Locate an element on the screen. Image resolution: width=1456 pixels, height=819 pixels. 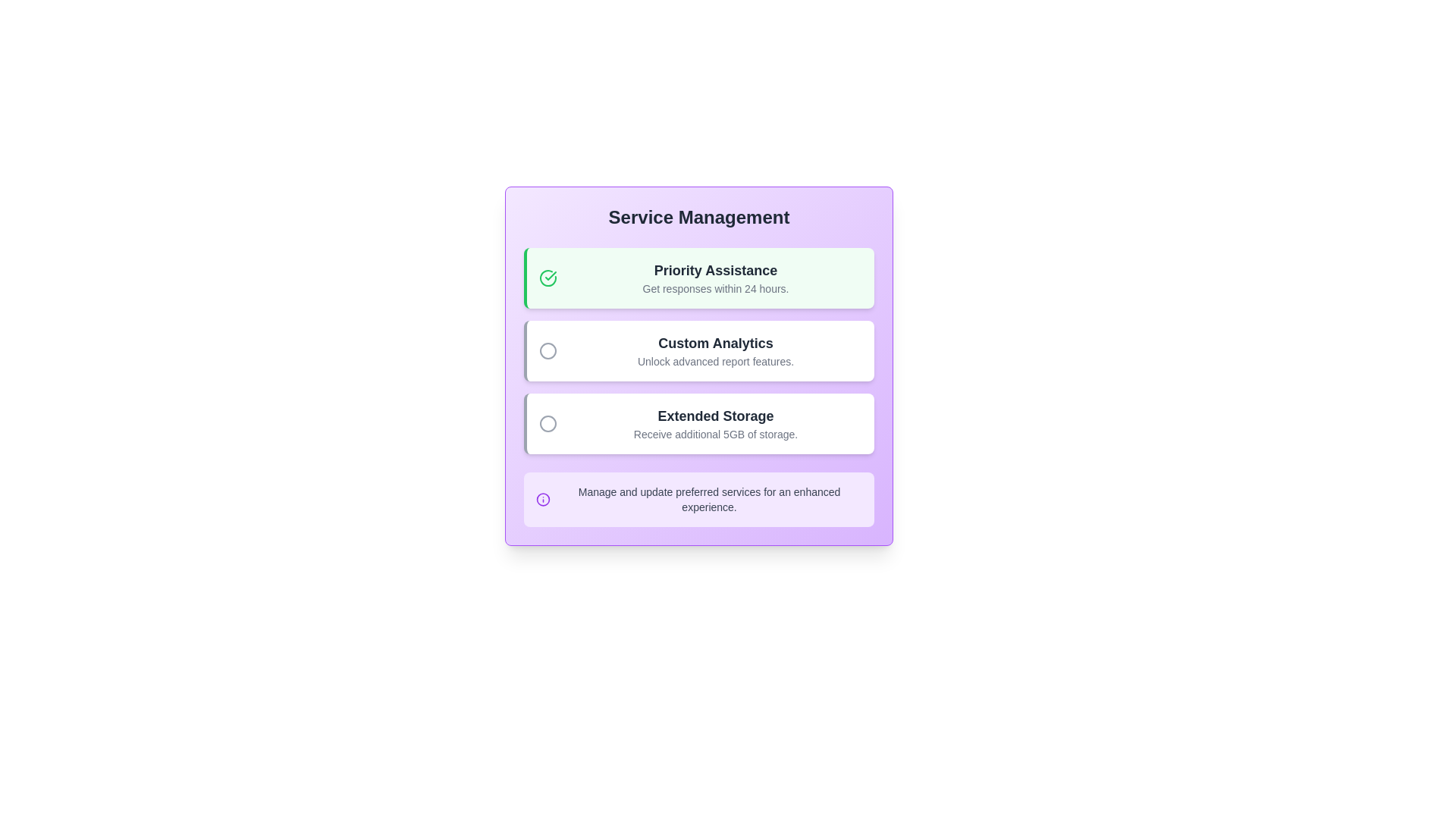
the informational icon located to the left of the text 'Manage and update preferred services for an enhanced experience.' is located at coordinates (543, 500).